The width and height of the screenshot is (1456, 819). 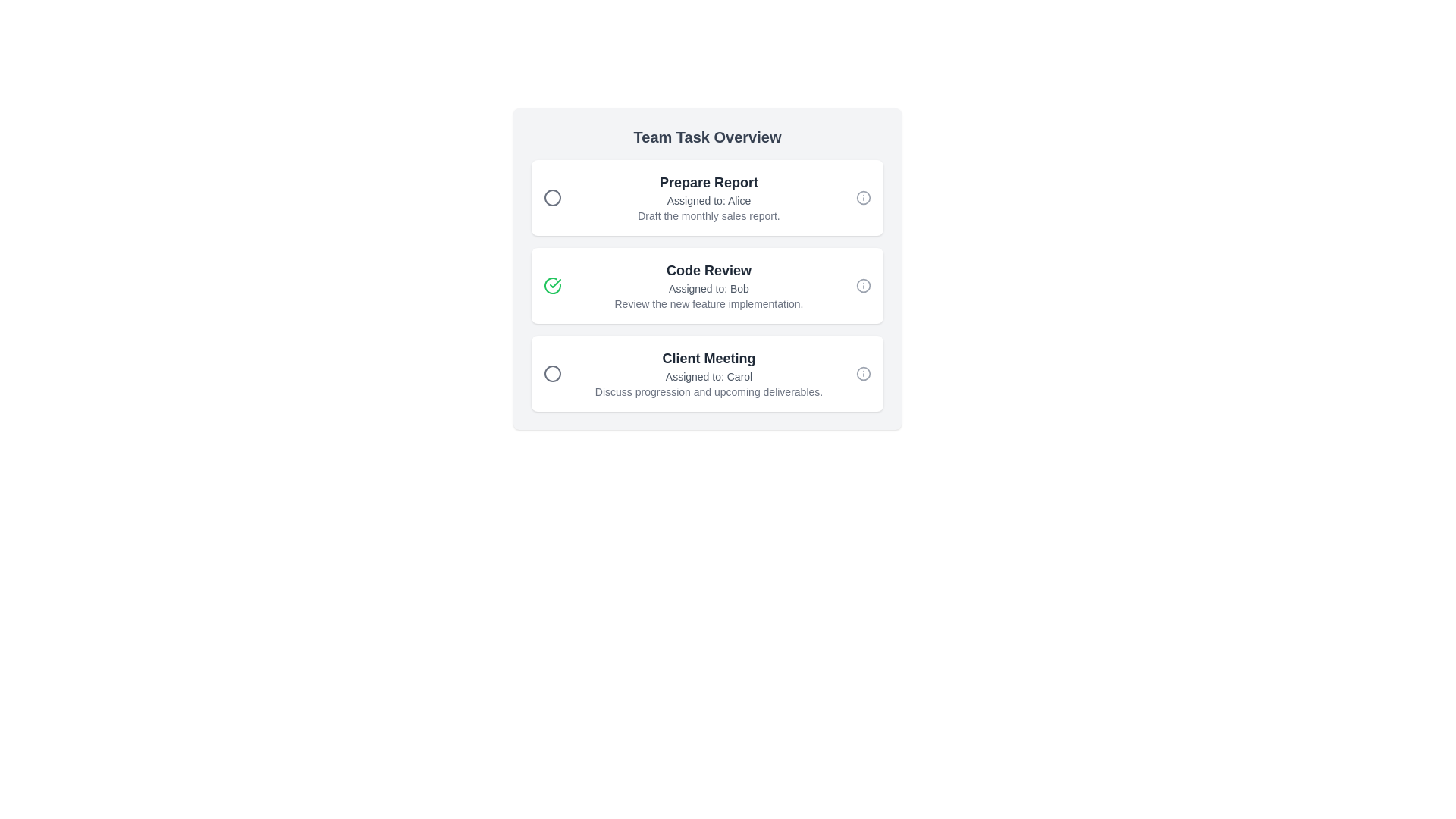 What do you see at coordinates (552, 197) in the screenshot?
I see `the icon associated with the task 'Prepare Report', located in the left section of the first list item near its left edge` at bounding box center [552, 197].